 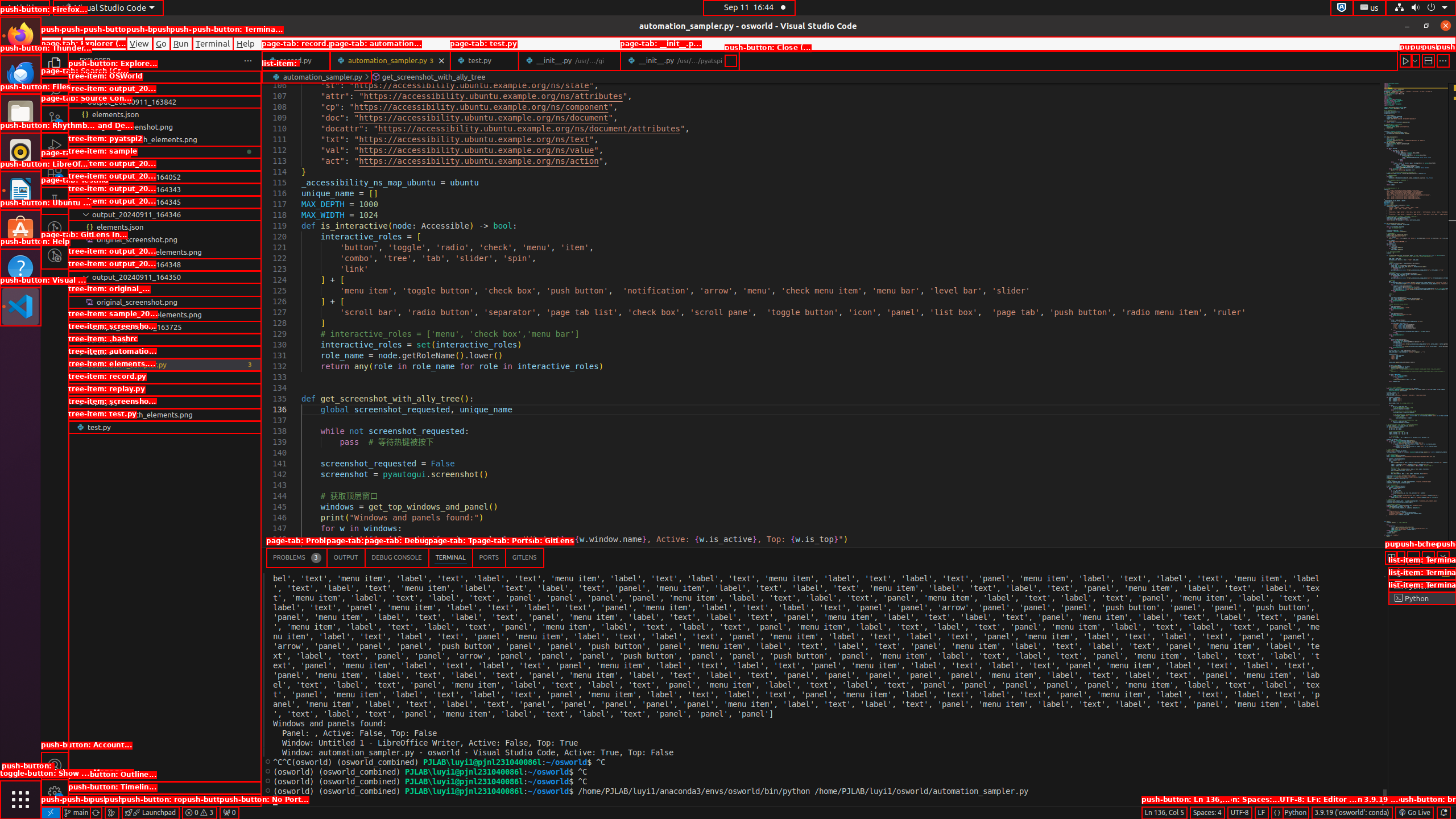 I want to click on 'test.py', so click(x=164, y=427).